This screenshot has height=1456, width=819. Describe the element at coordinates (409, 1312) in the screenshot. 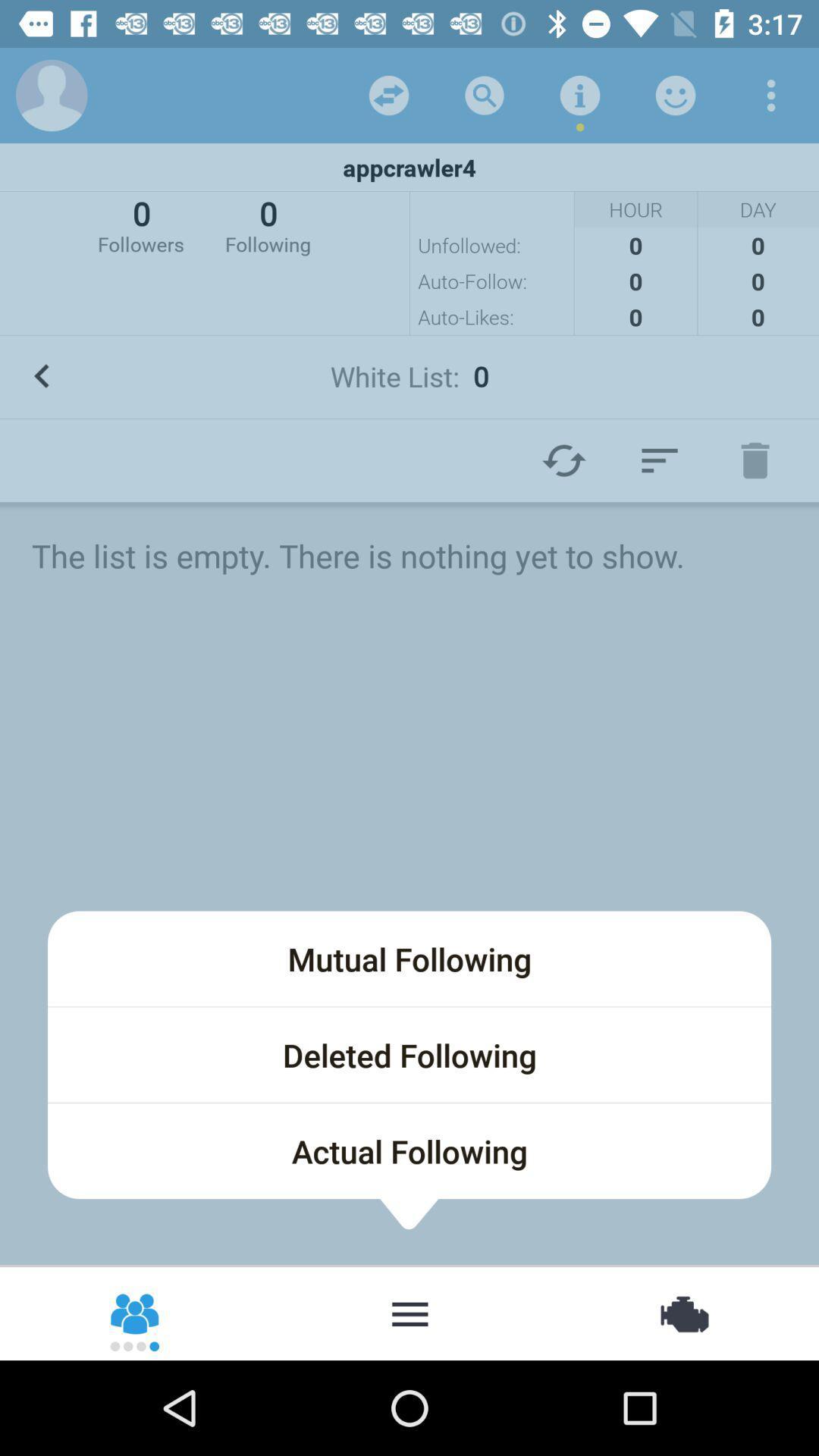

I see `the more icon` at that location.